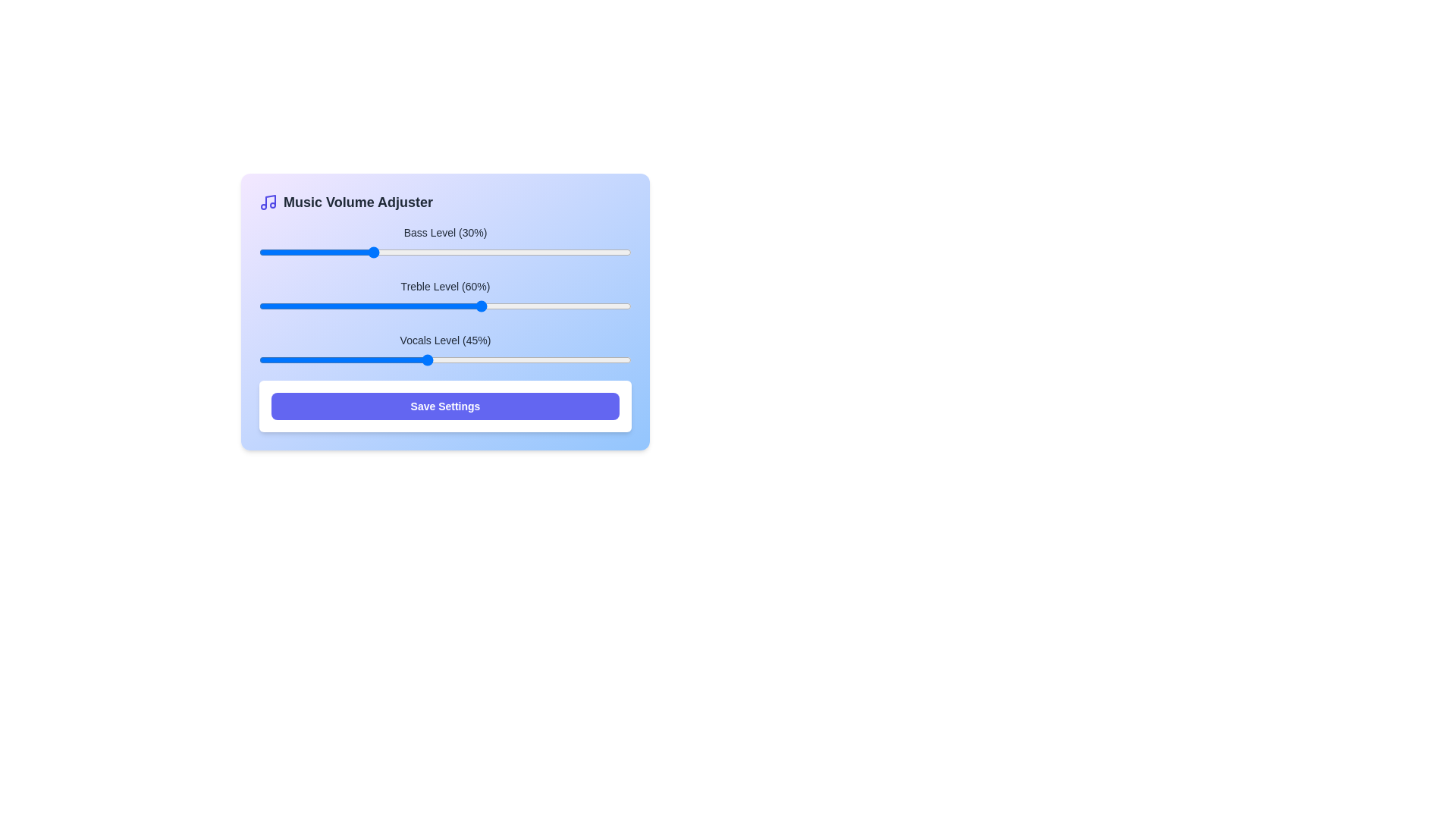 This screenshot has width=1456, height=819. I want to click on the bass level, so click(337, 251).